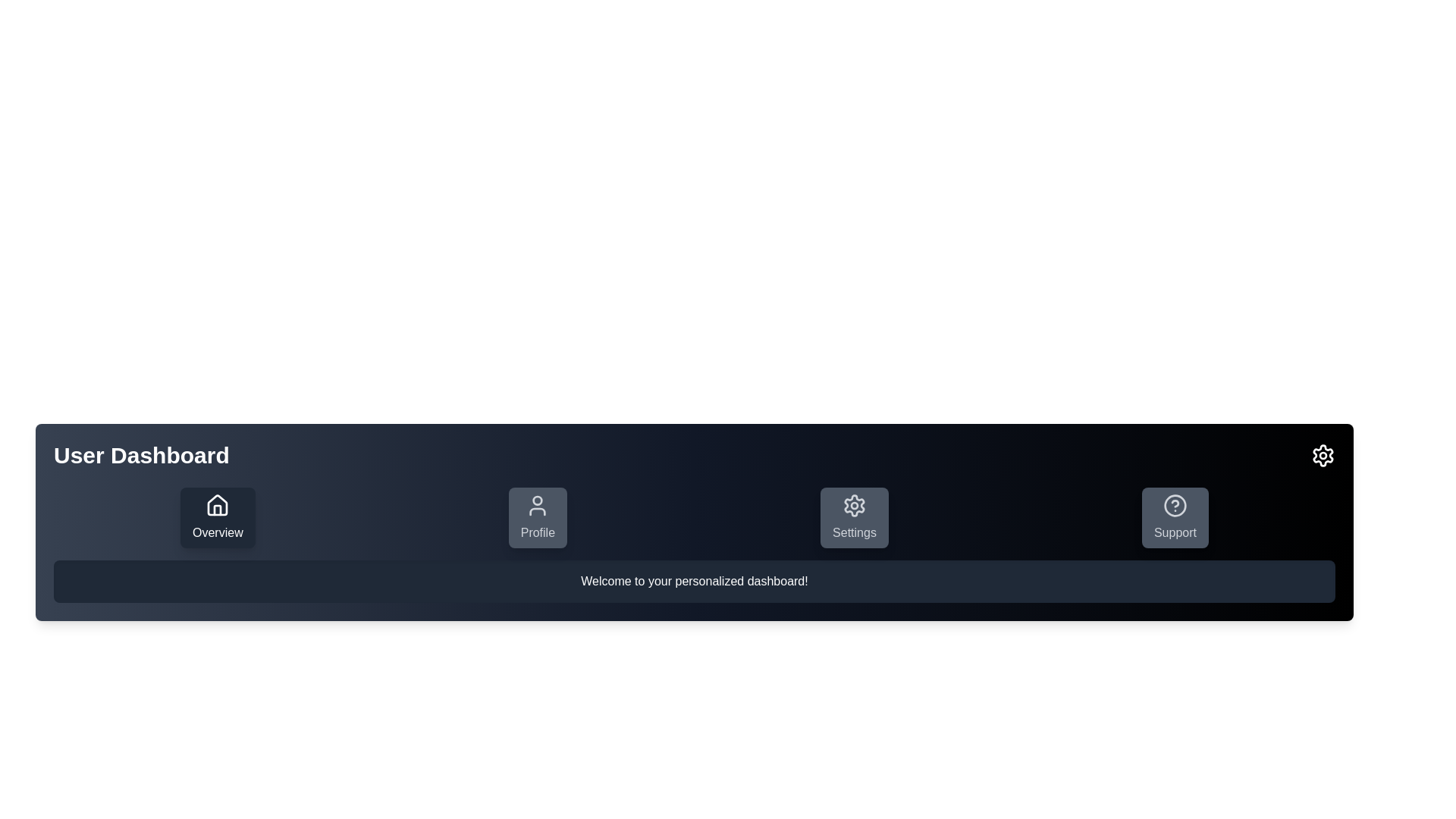  Describe the element at coordinates (855, 506) in the screenshot. I see `the gear-shaped icon within the 'Settings' button` at that location.